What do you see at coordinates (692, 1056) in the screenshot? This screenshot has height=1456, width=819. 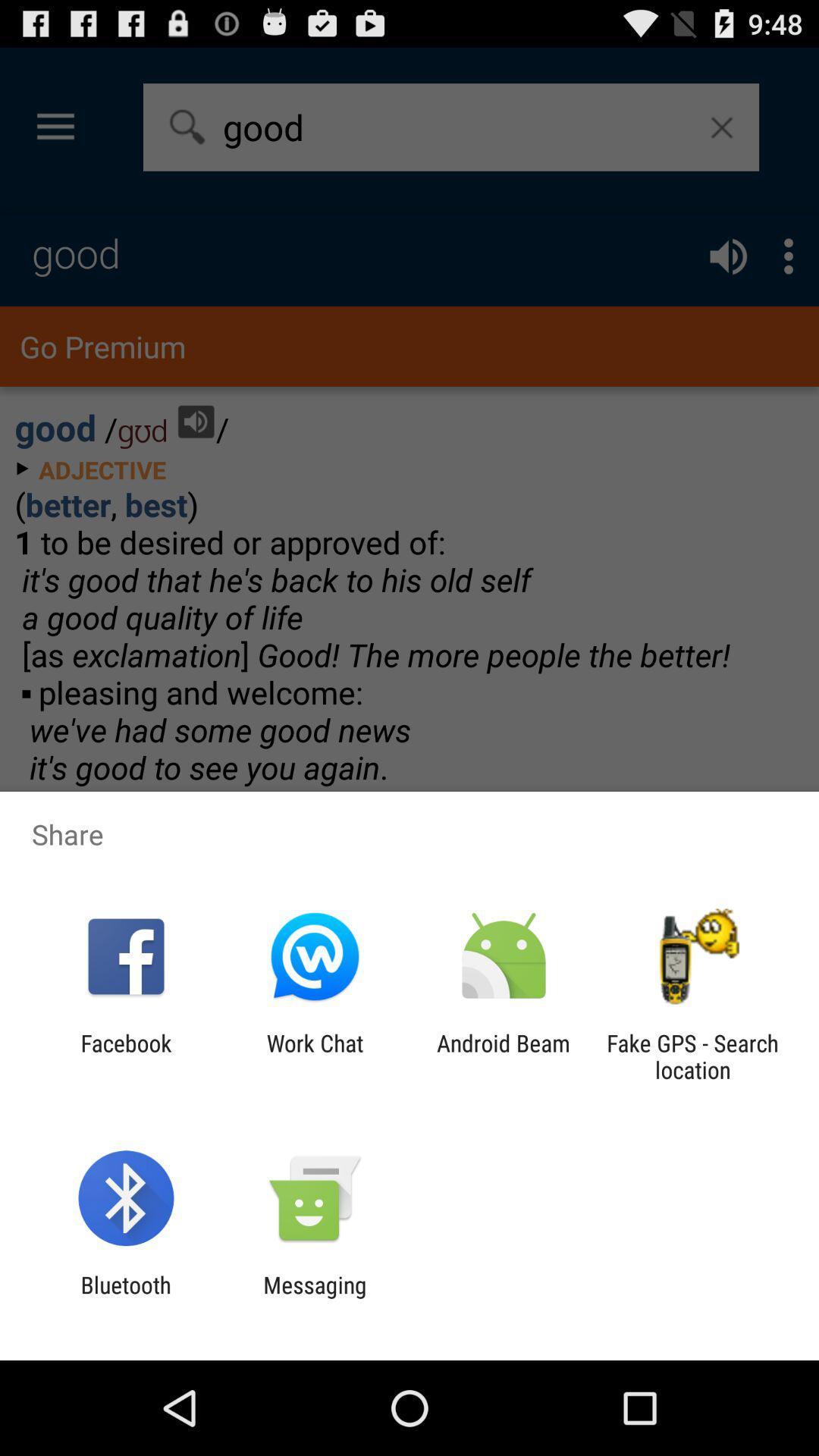 I see `app to the right of android beam` at bounding box center [692, 1056].